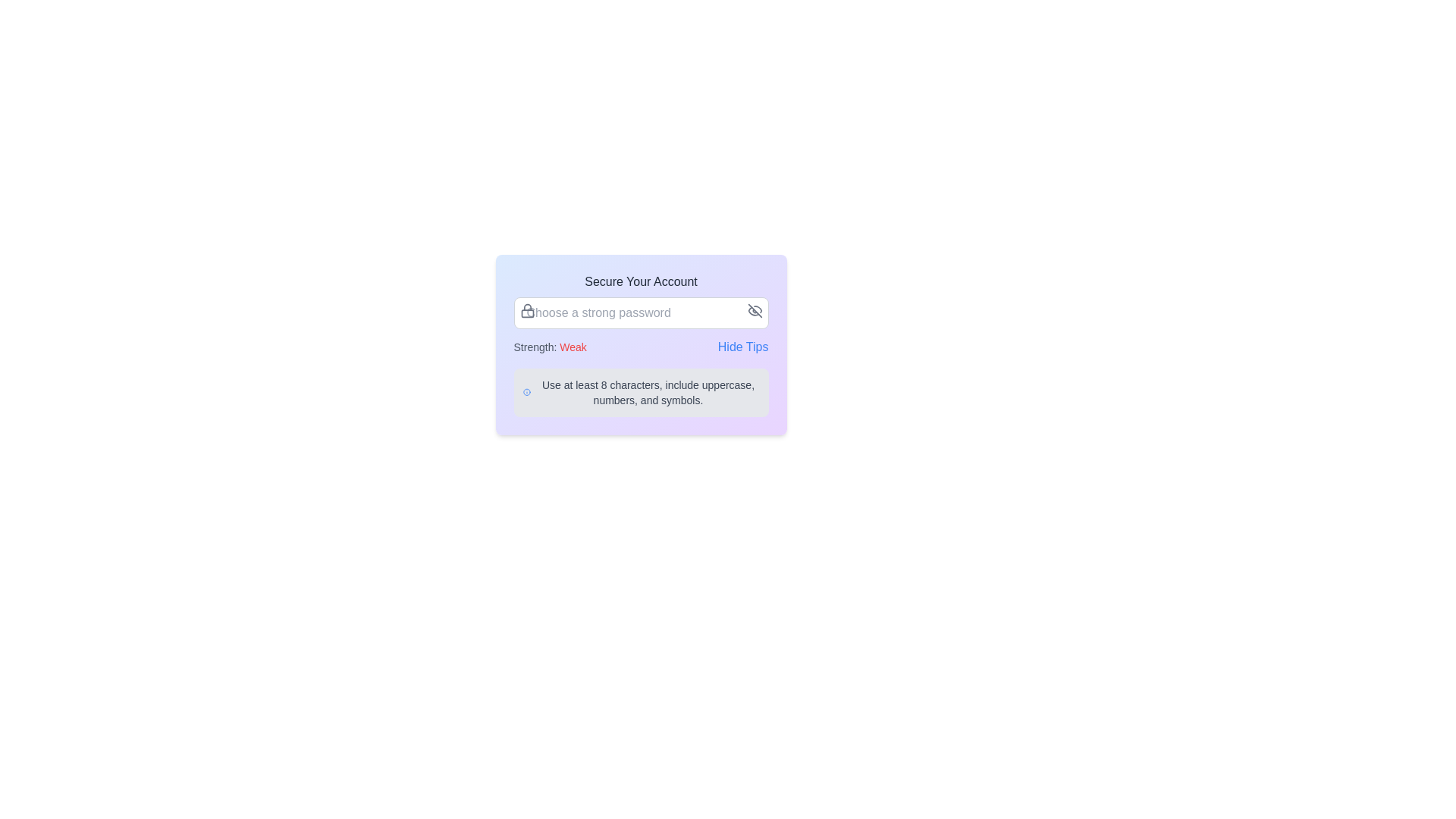 The height and width of the screenshot is (819, 1456). Describe the element at coordinates (527, 309) in the screenshot. I see `the security indicator icon located in the upper-left corner of the password input field, which symbolizes security or password-related functionality` at that location.